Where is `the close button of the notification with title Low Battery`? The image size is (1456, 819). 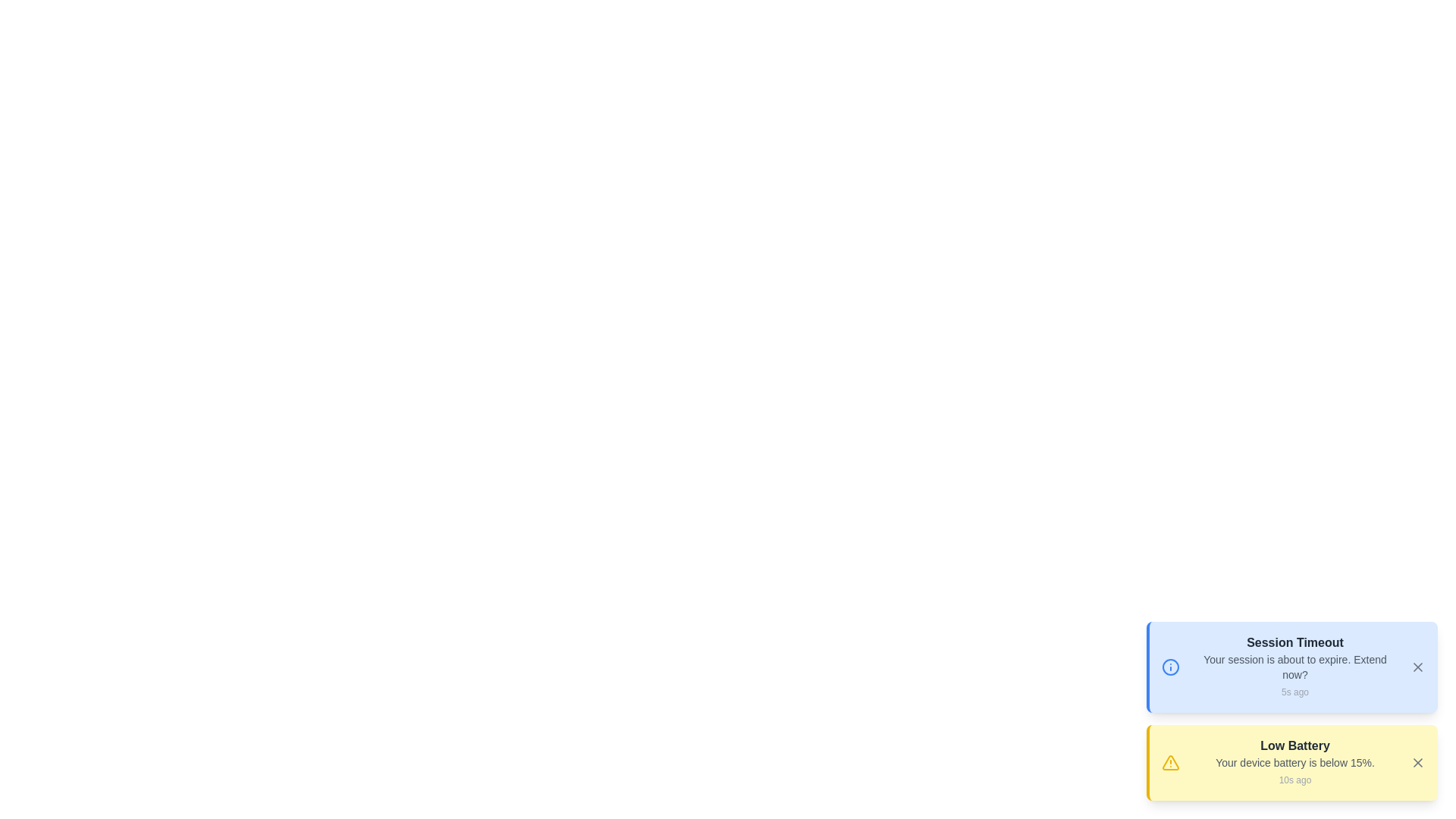
the close button of the notification with title Low Battery is located at coordinates (1417, 763).